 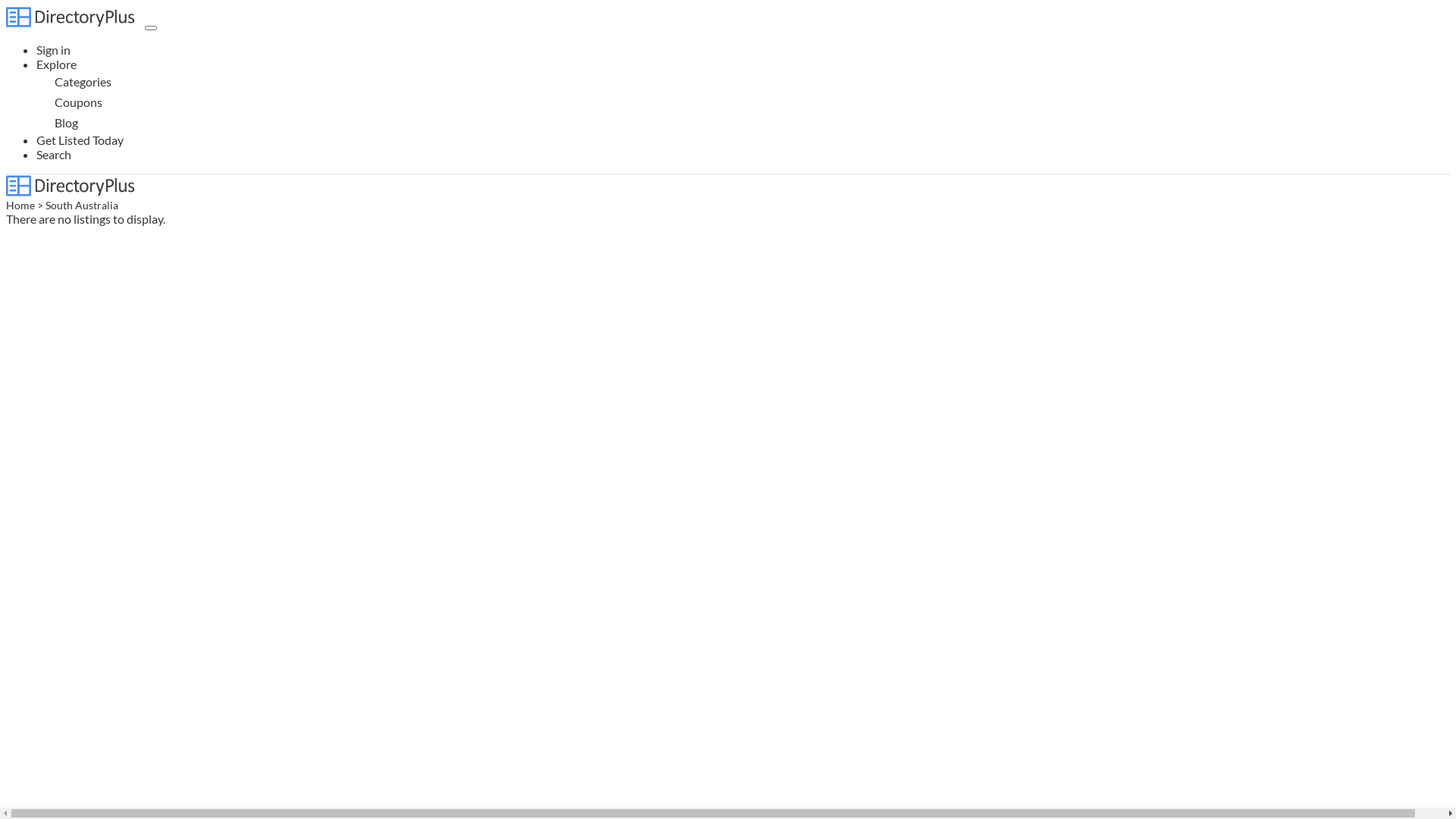 I want to click on 'Home', so click(x=20, y=205).